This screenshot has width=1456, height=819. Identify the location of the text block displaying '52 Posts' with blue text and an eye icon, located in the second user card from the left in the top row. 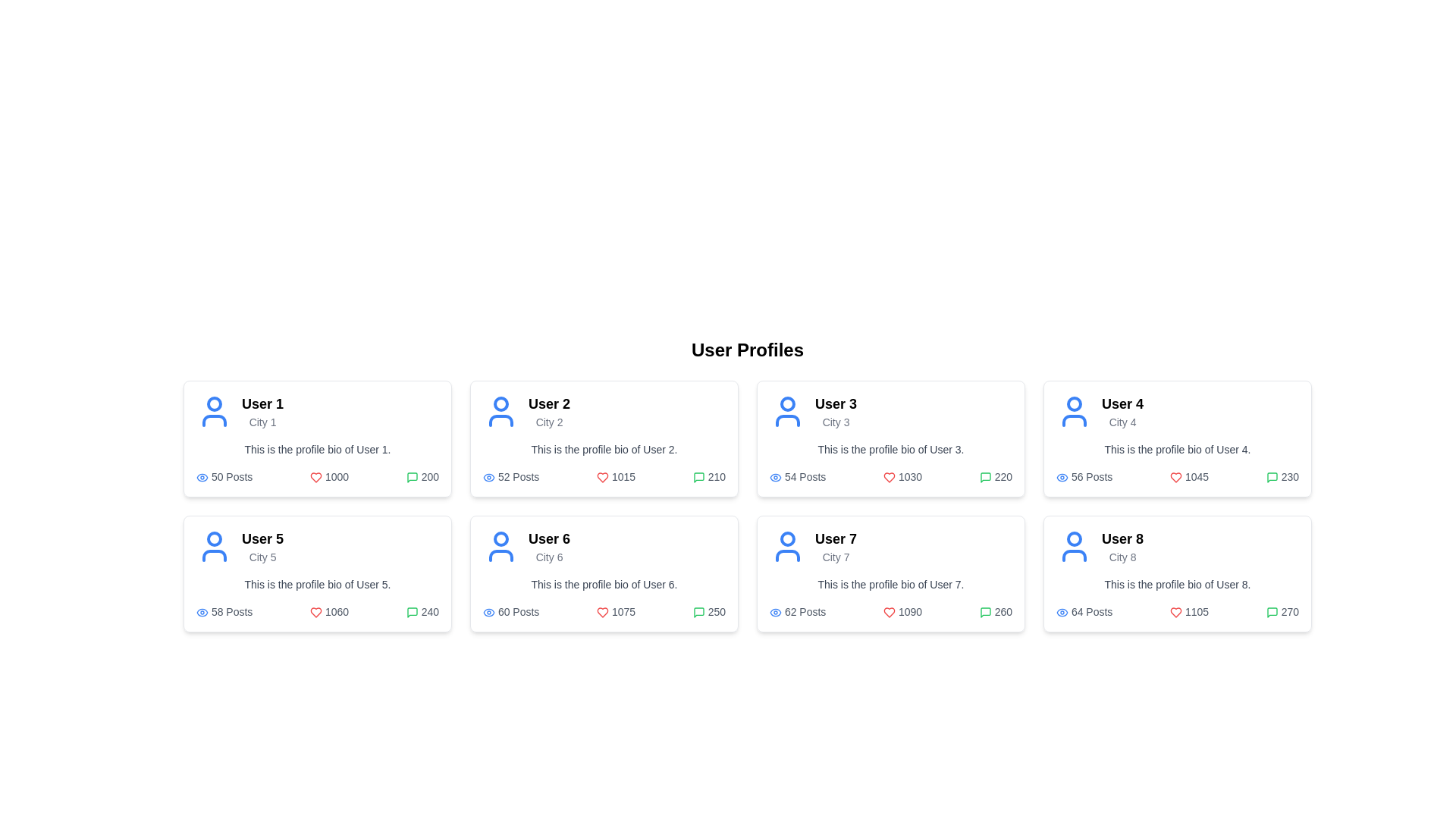
(511, 475).